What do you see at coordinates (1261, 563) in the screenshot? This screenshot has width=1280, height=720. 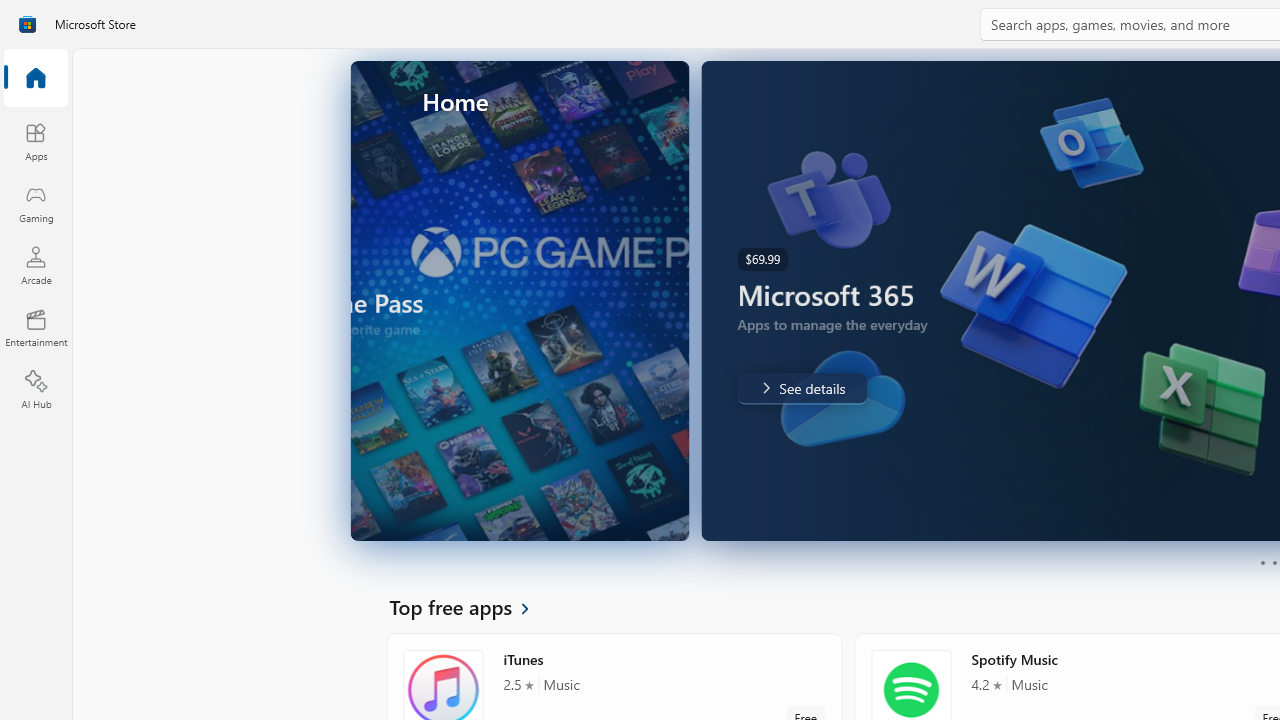 I see `'Page 1'` at bounding box center [1261, 563].